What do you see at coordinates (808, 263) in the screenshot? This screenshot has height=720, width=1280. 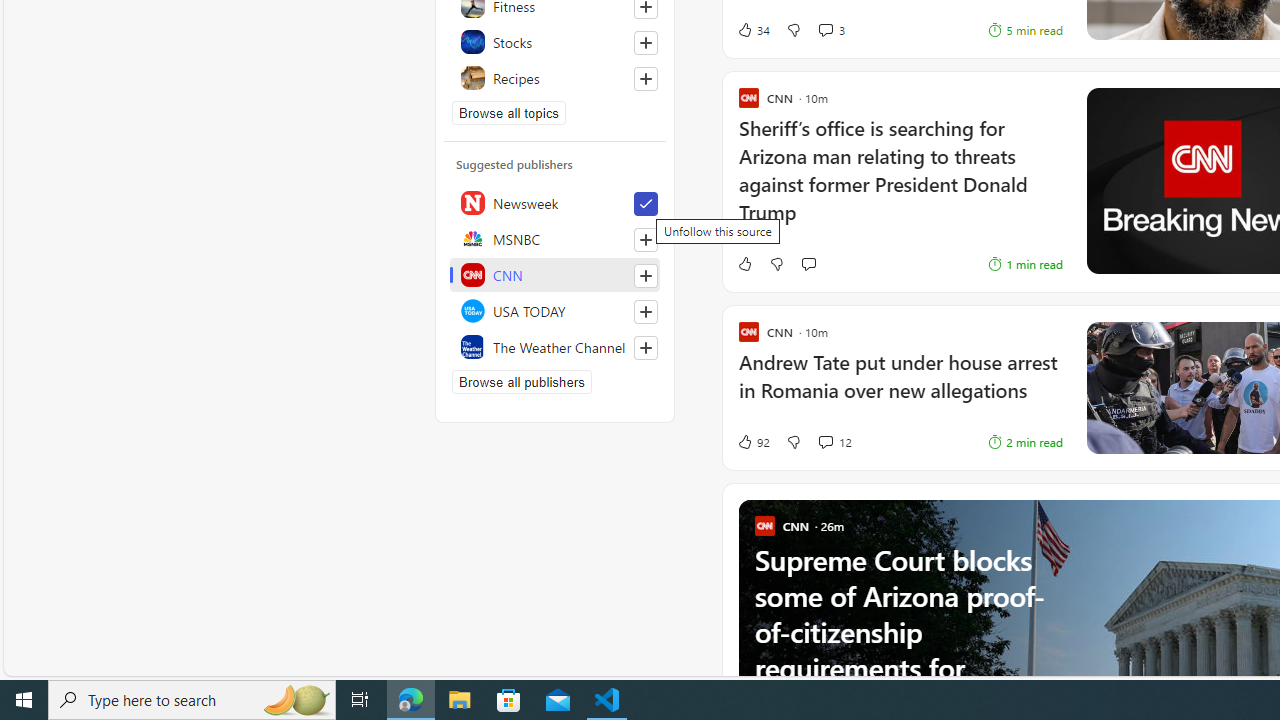 I see `'Start the conversation'` at bounding box center [808, 263].